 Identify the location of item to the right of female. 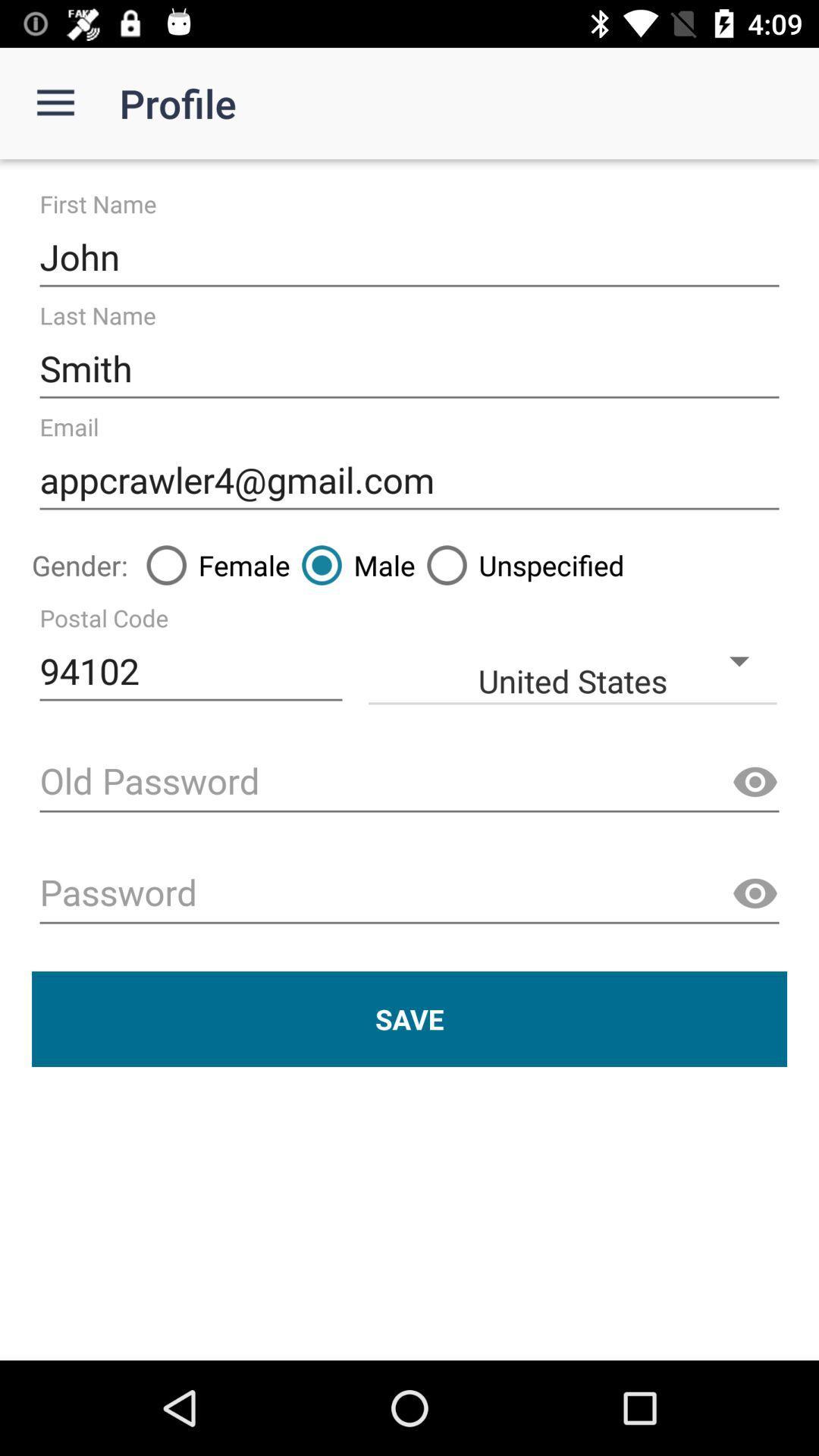
(353, 564).